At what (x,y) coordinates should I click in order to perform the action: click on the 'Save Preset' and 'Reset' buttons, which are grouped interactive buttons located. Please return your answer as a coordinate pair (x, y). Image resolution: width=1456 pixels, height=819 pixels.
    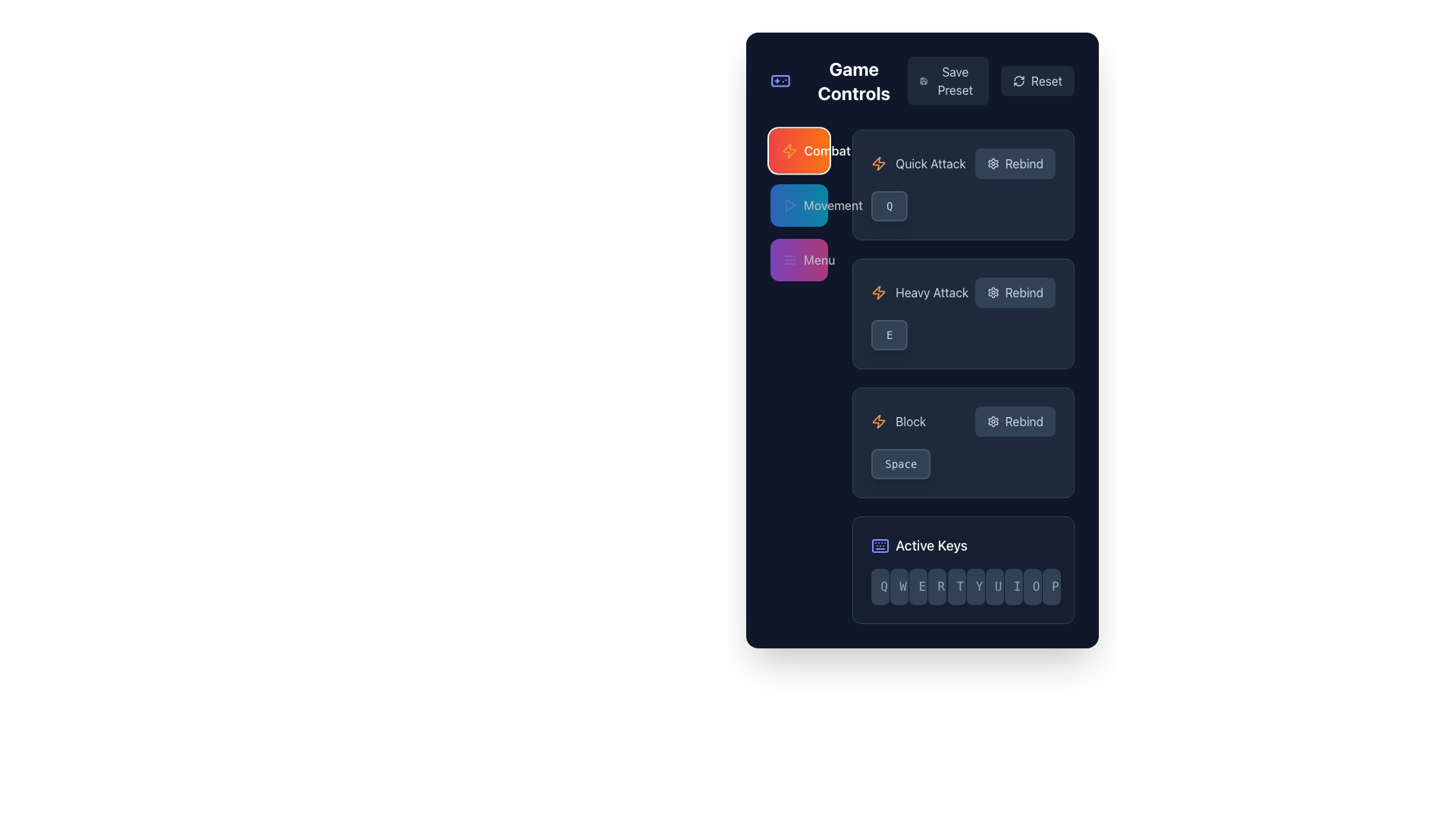
    Looking at the image, I should click on (991, 81).